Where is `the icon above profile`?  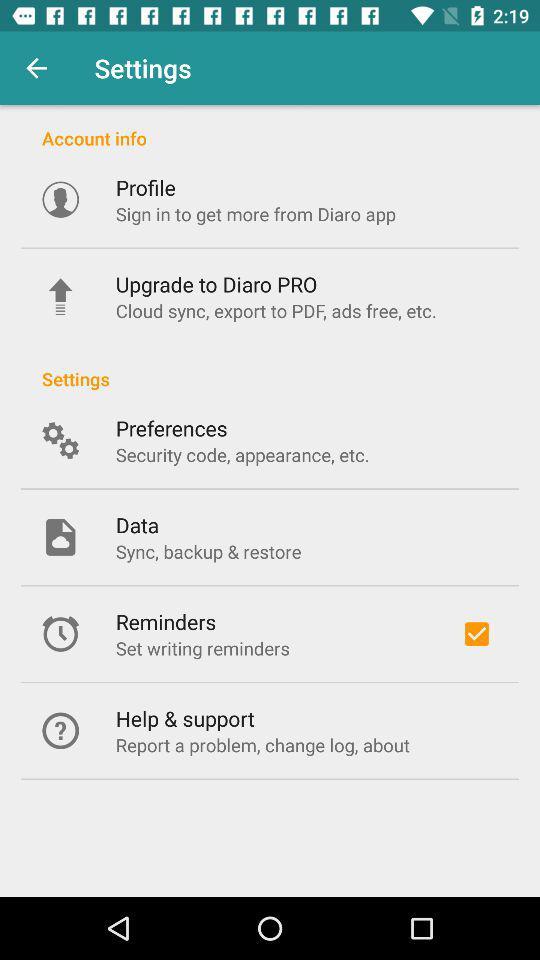 the icon above profile is located at coordinates (270, 126).